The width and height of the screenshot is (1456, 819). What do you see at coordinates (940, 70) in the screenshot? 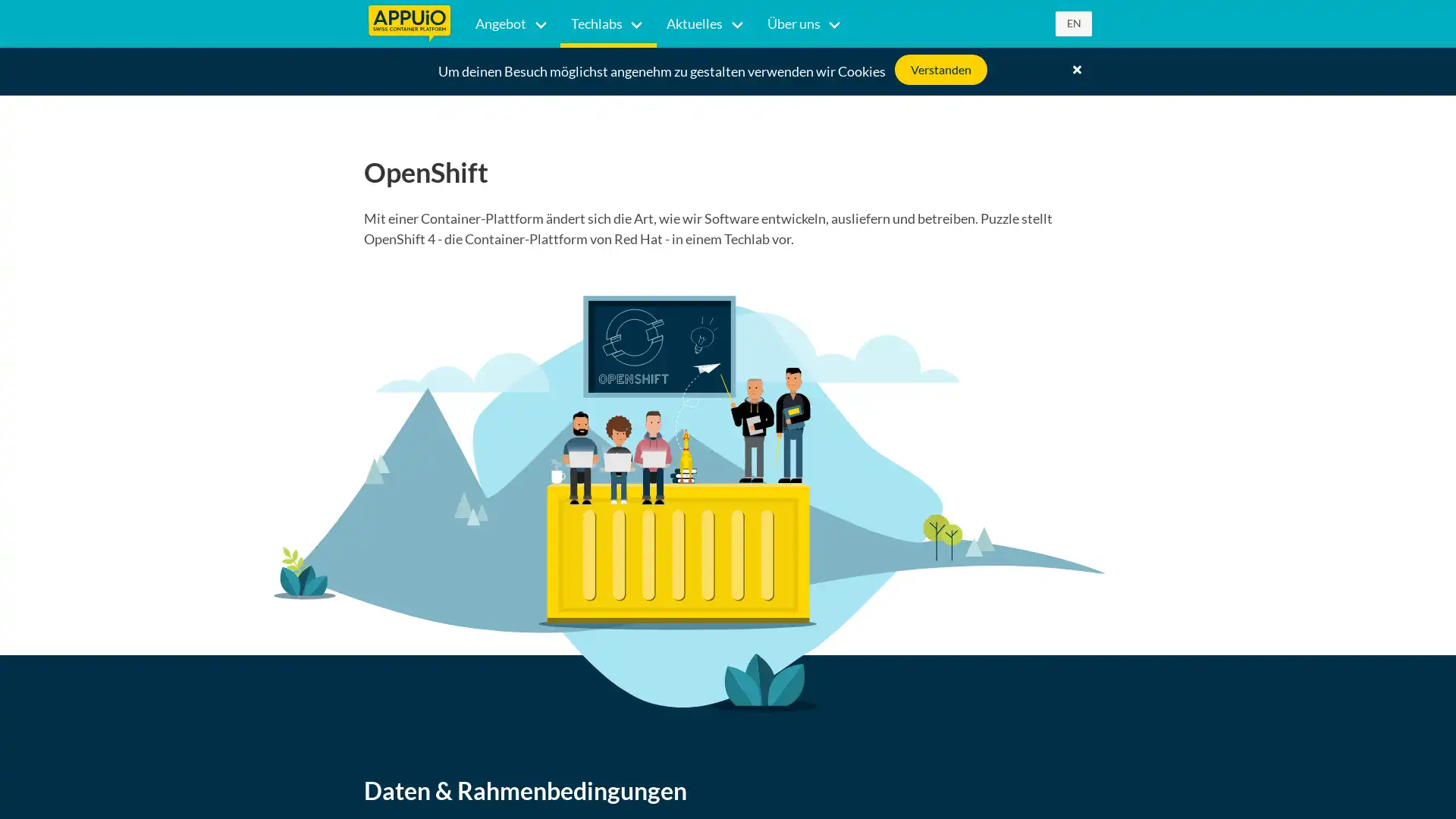
I see `Verstanden` at bounding box center [940, 70].